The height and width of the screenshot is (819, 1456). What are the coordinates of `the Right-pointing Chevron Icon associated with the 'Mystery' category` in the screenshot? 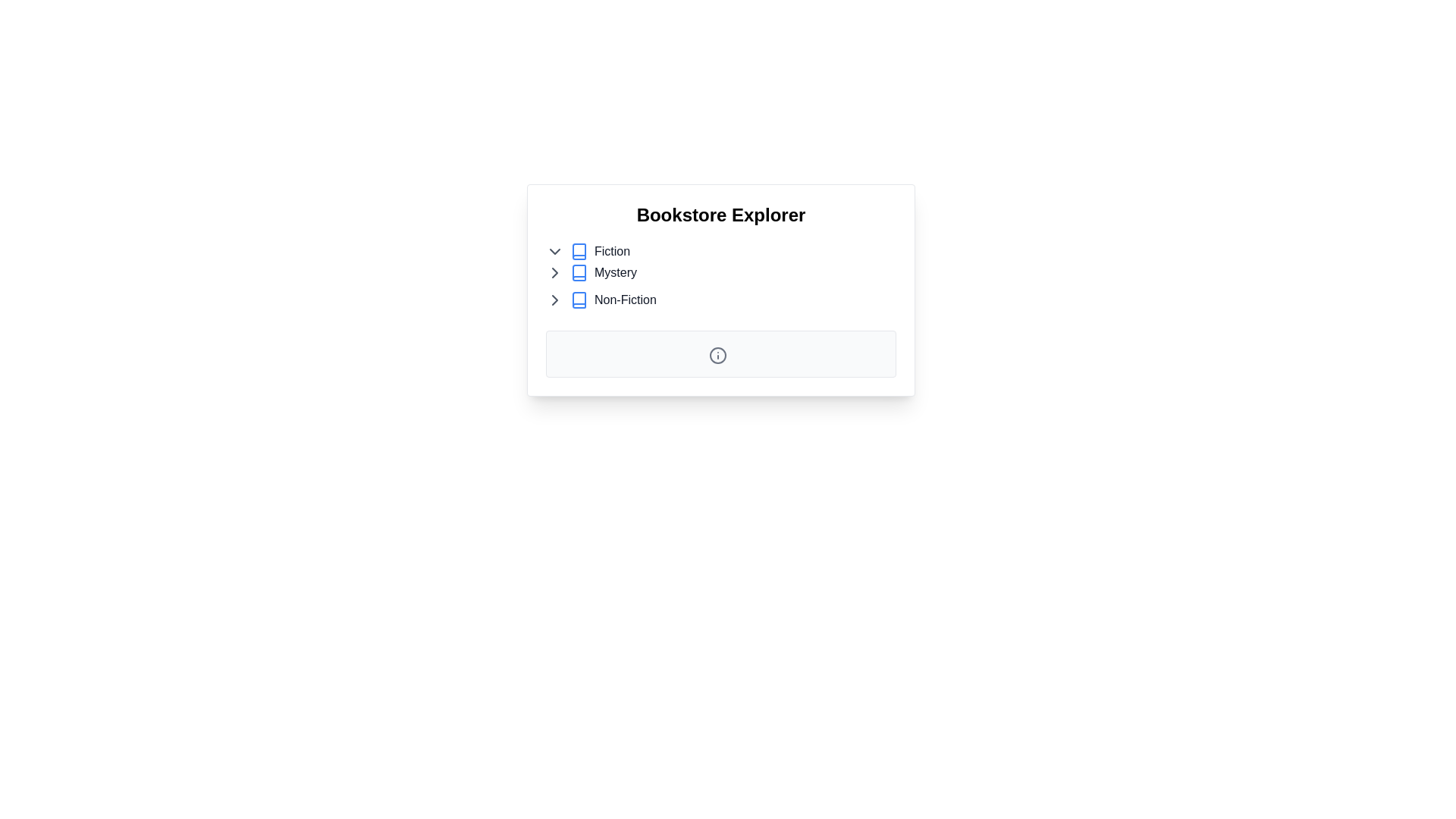 It's located at (554, 271).